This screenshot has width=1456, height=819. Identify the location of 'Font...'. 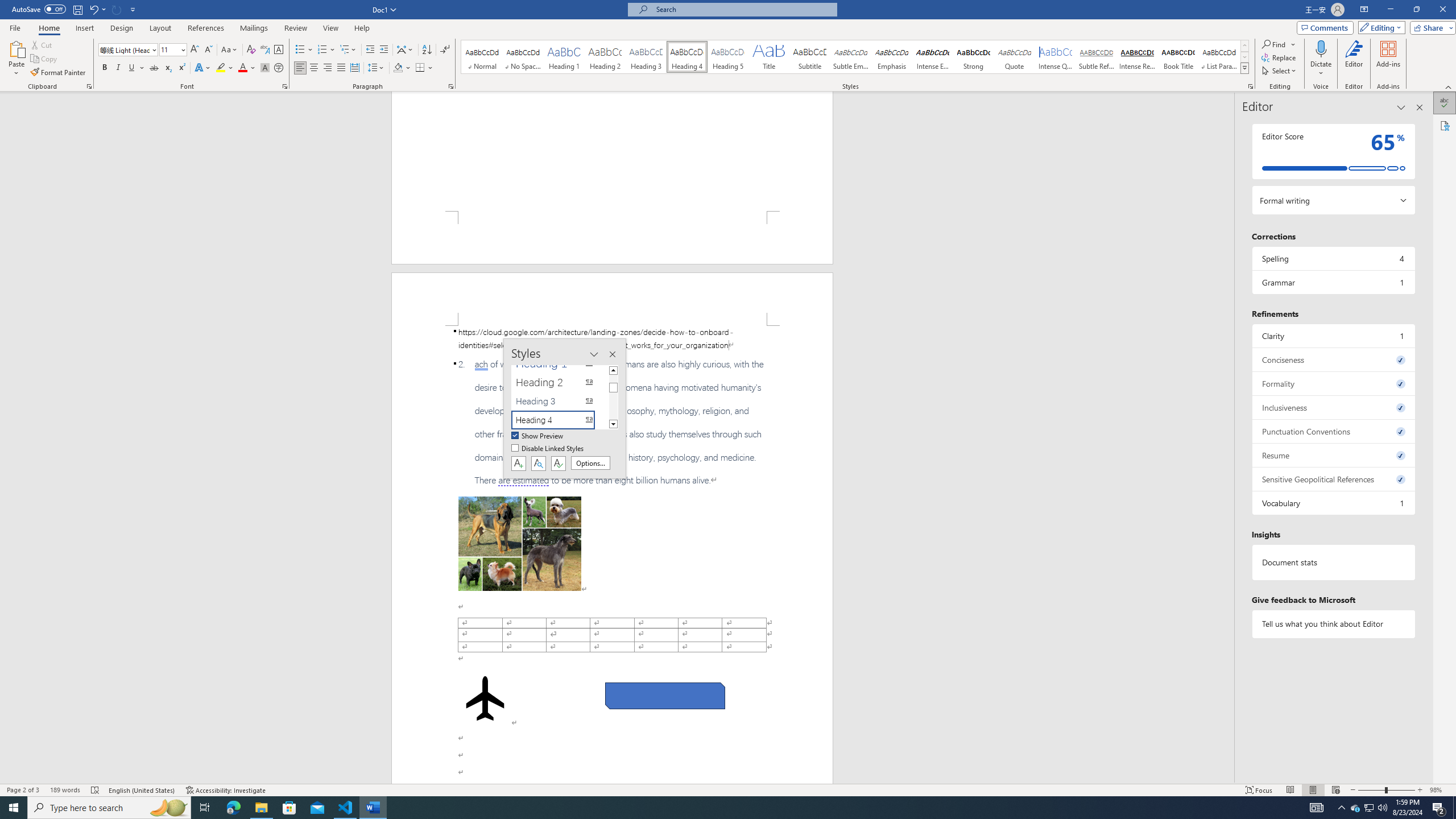
(285, 85).